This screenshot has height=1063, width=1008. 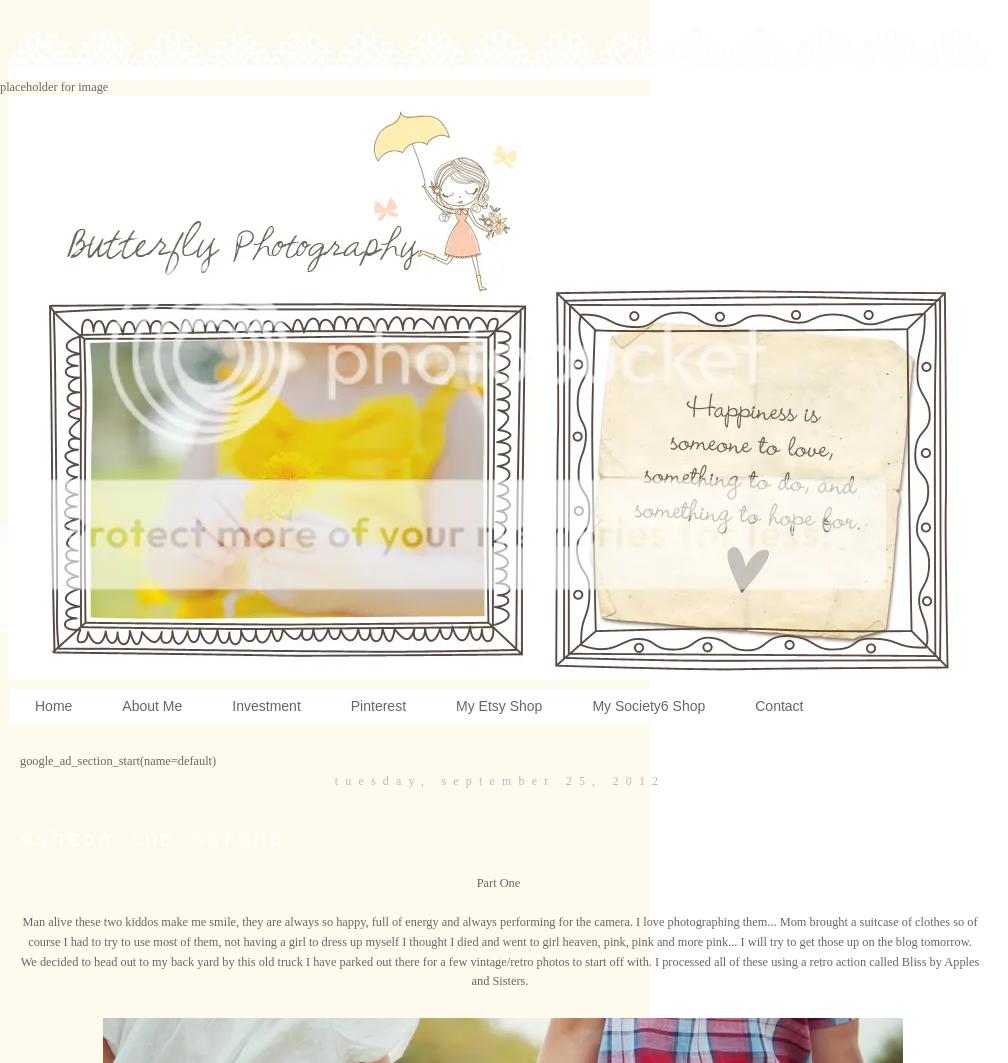 I want to click on 'My Society6 Shop', so click(x=648, y=705).